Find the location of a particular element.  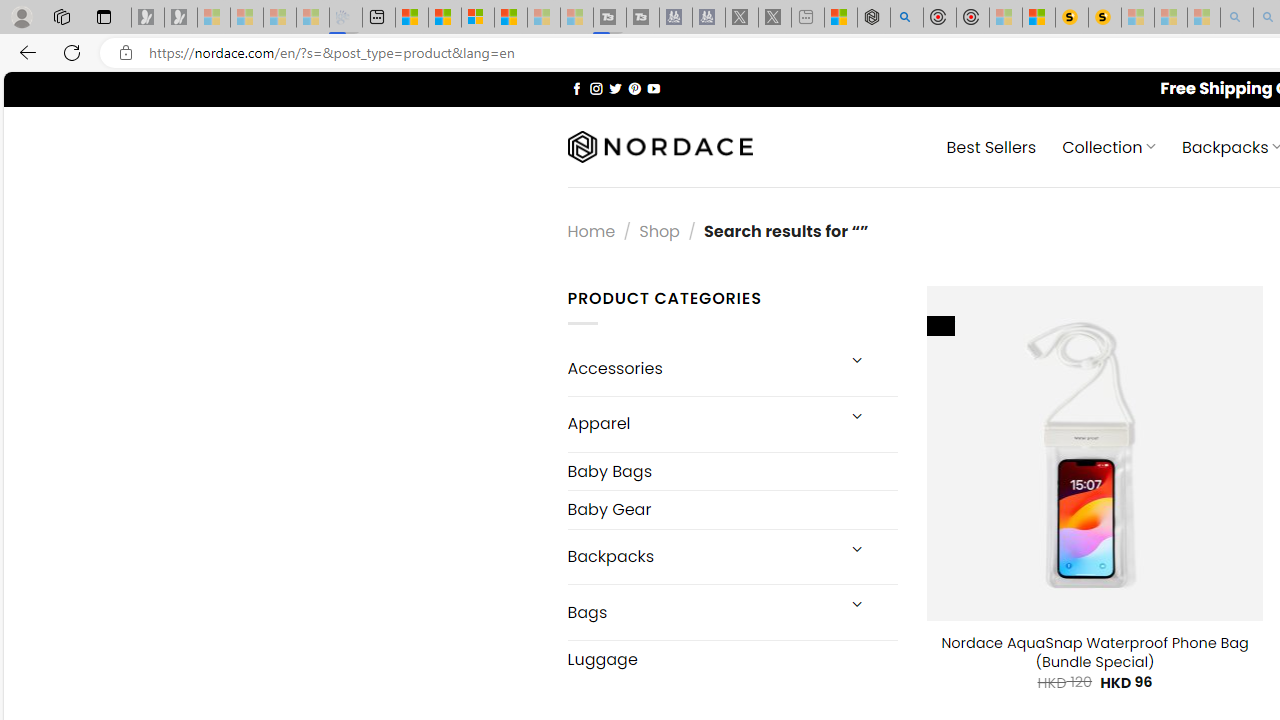

'amazon - Search - Sleeping' is located at coordinates (1236, 17).